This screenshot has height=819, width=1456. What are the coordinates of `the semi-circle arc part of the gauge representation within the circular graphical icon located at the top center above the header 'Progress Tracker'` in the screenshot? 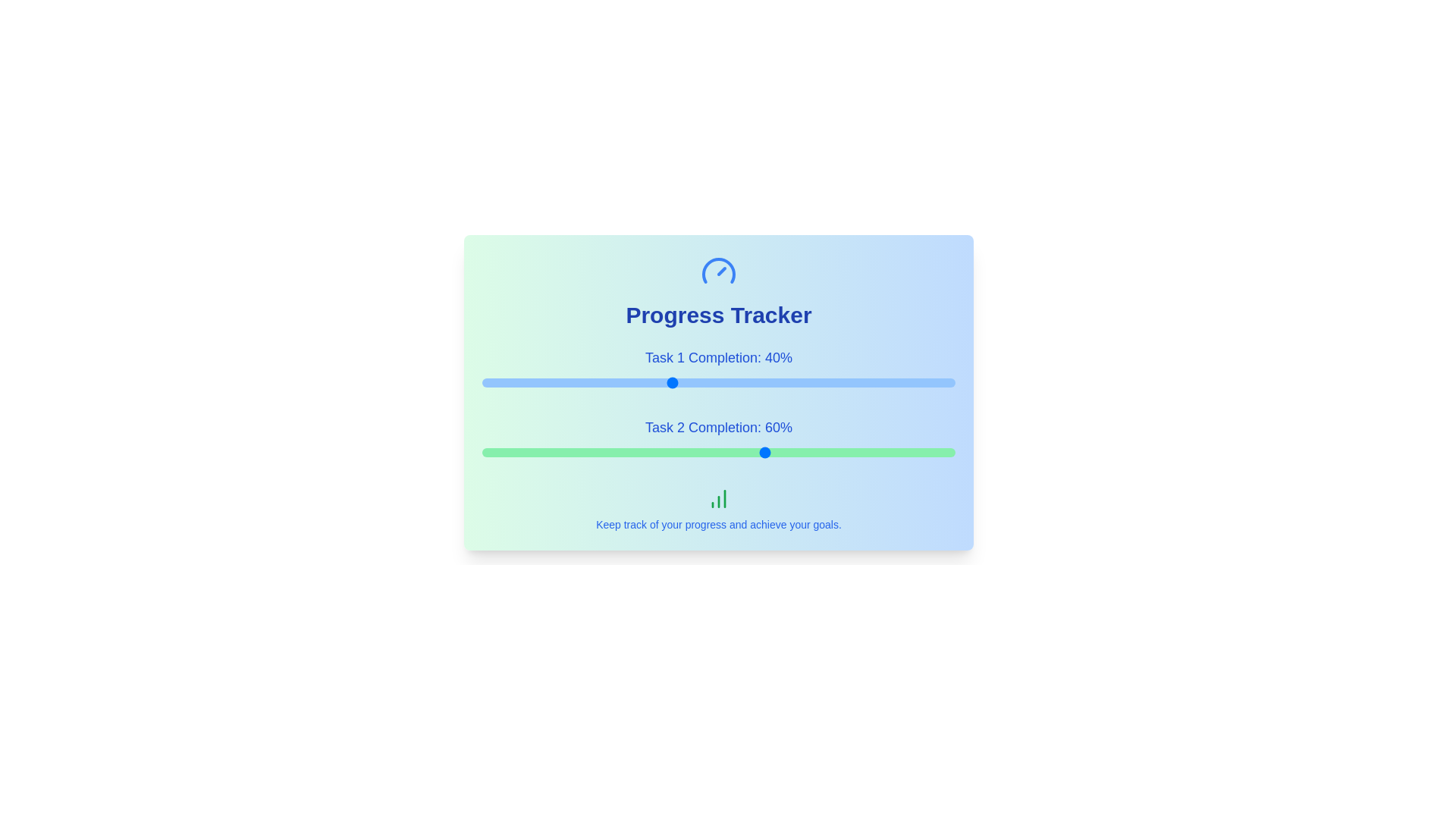 It's located at (718, 268).